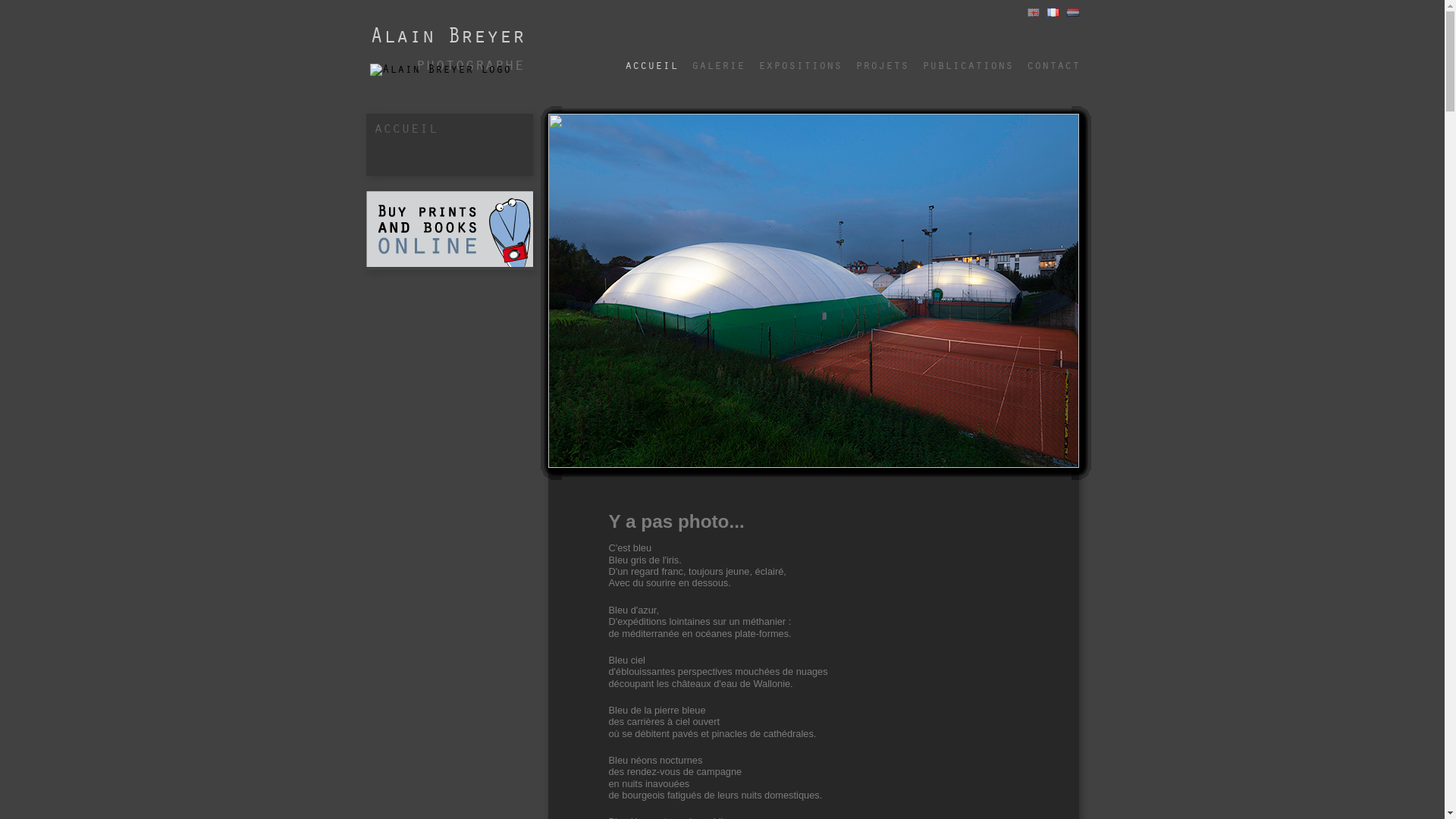 This screenshot has width=1456, height=819. Describe the element at coordinates (1032, 12) in the screenshot. I see `'English'` at that location.